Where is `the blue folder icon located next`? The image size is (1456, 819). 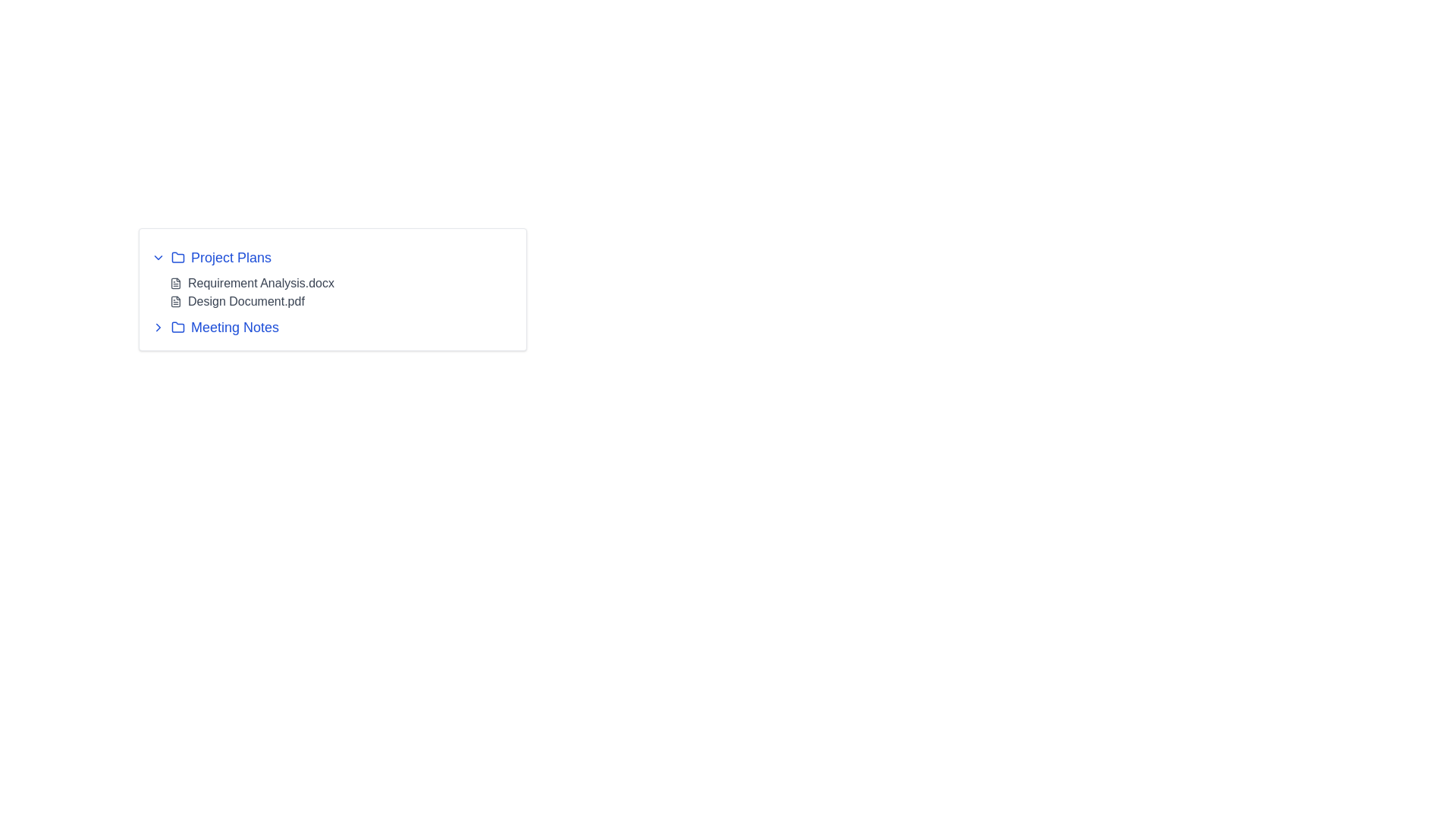 the blue folder icon located next is located at coordinates (178, 256).